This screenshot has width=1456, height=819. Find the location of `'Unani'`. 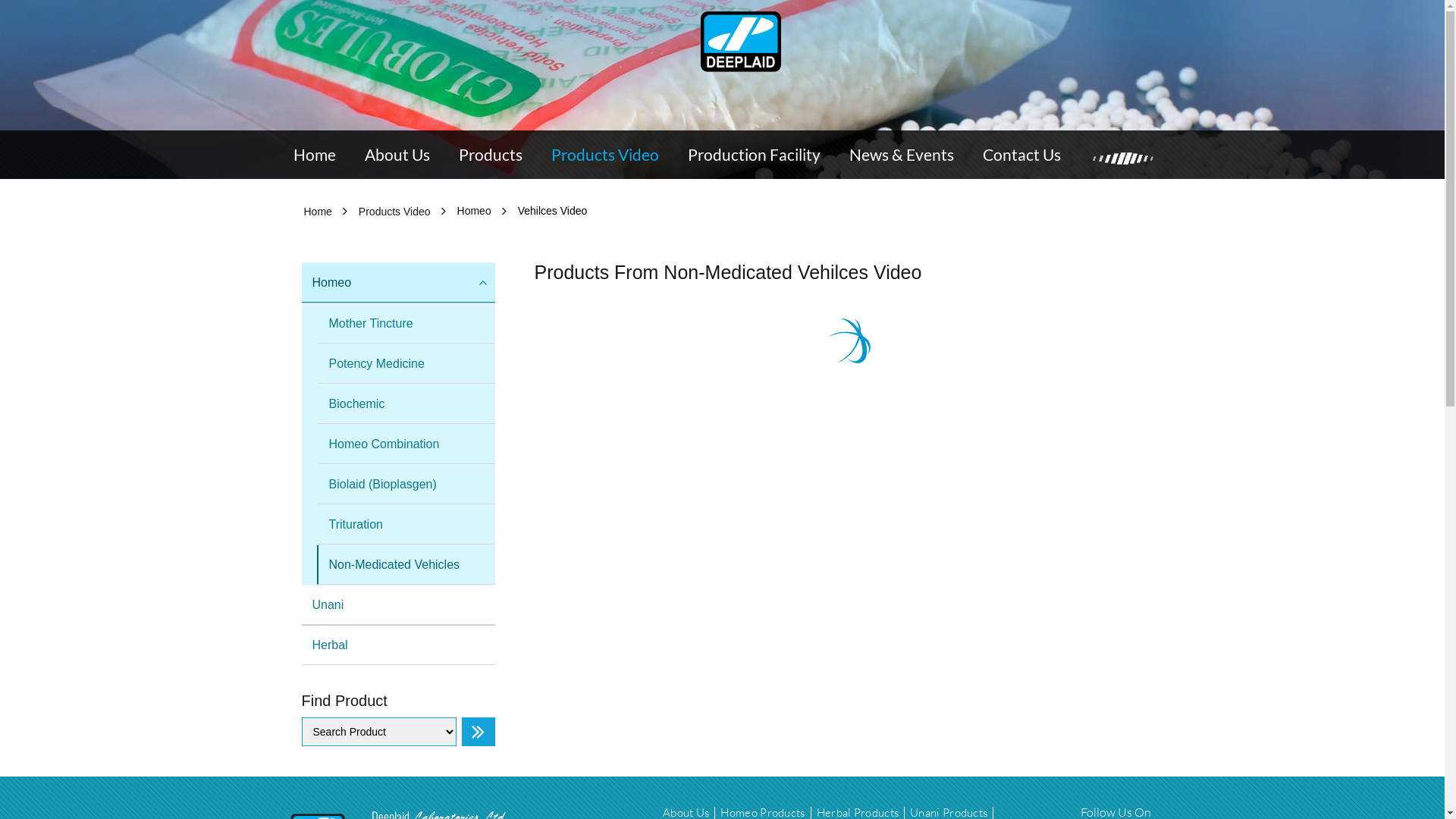

'Unani' is located at coordinates (398, 604).